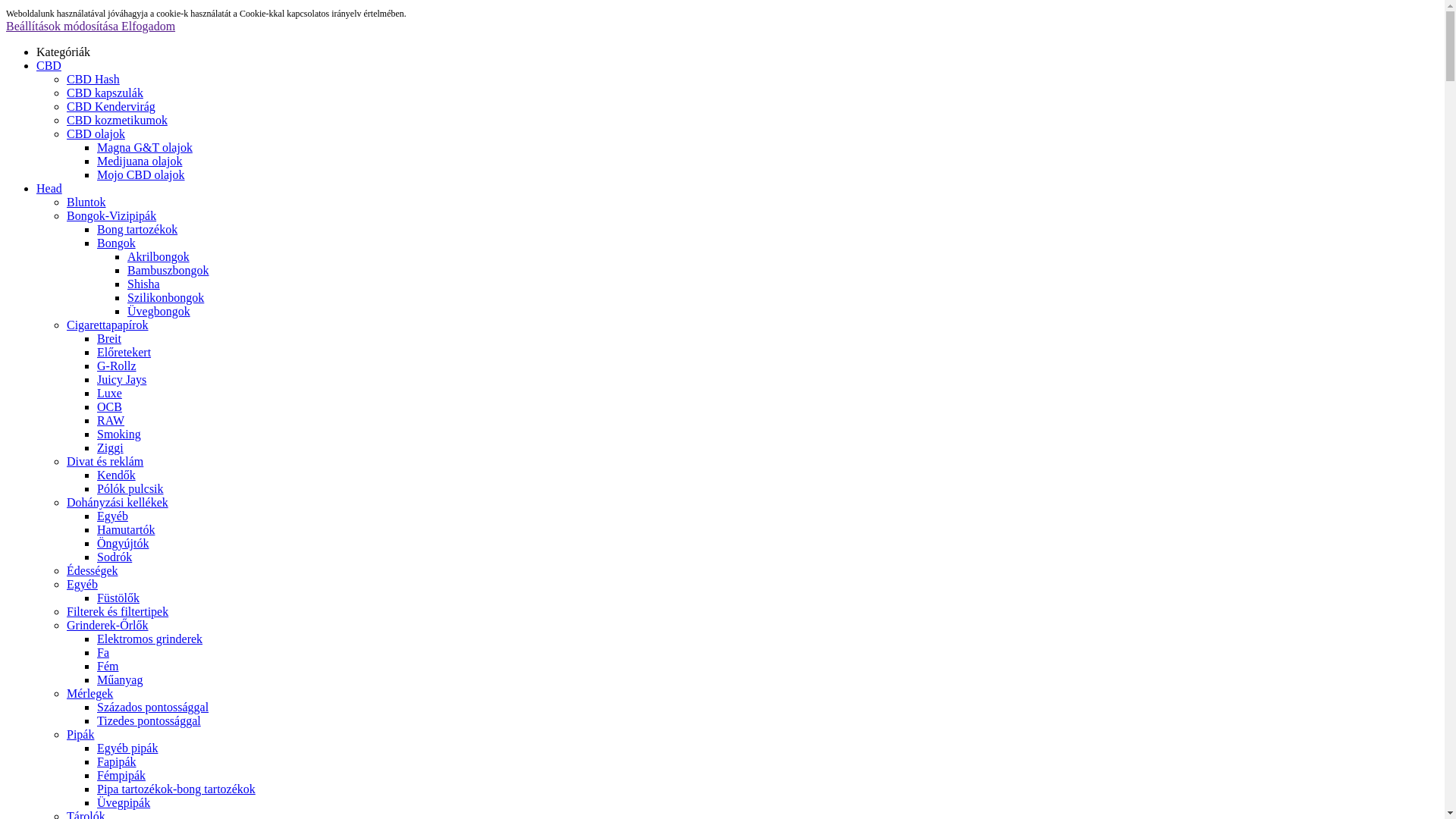  What do you see at coordinates (158, 256) in the screenshot?
I see `'Akrilbongok'` at bounding box center [158, 256].